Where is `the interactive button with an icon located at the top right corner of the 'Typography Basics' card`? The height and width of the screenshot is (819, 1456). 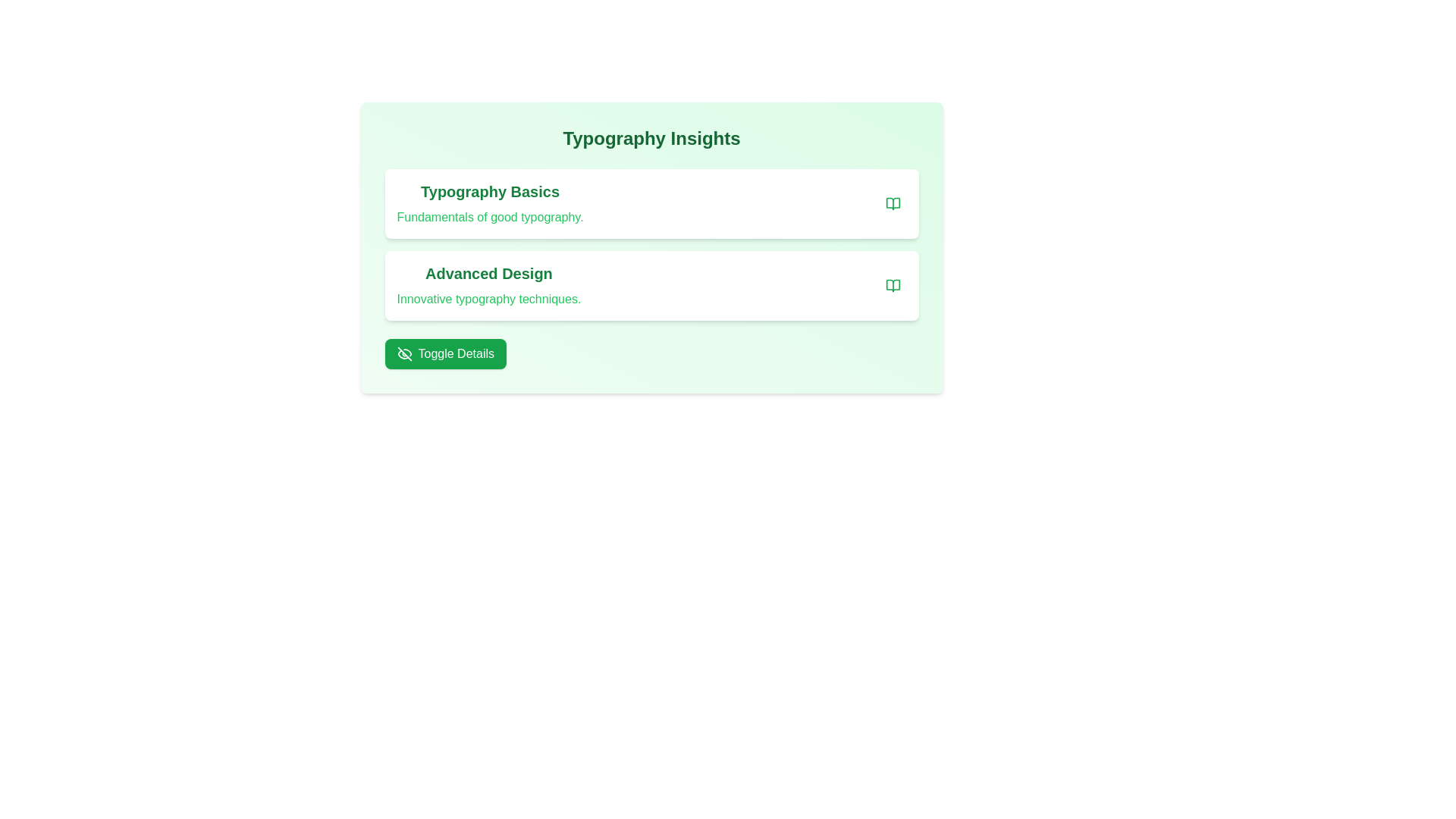 the interactive button with an icon located at the top right corner of the 'Typography Basics' card is located at coordinates (893, 203).